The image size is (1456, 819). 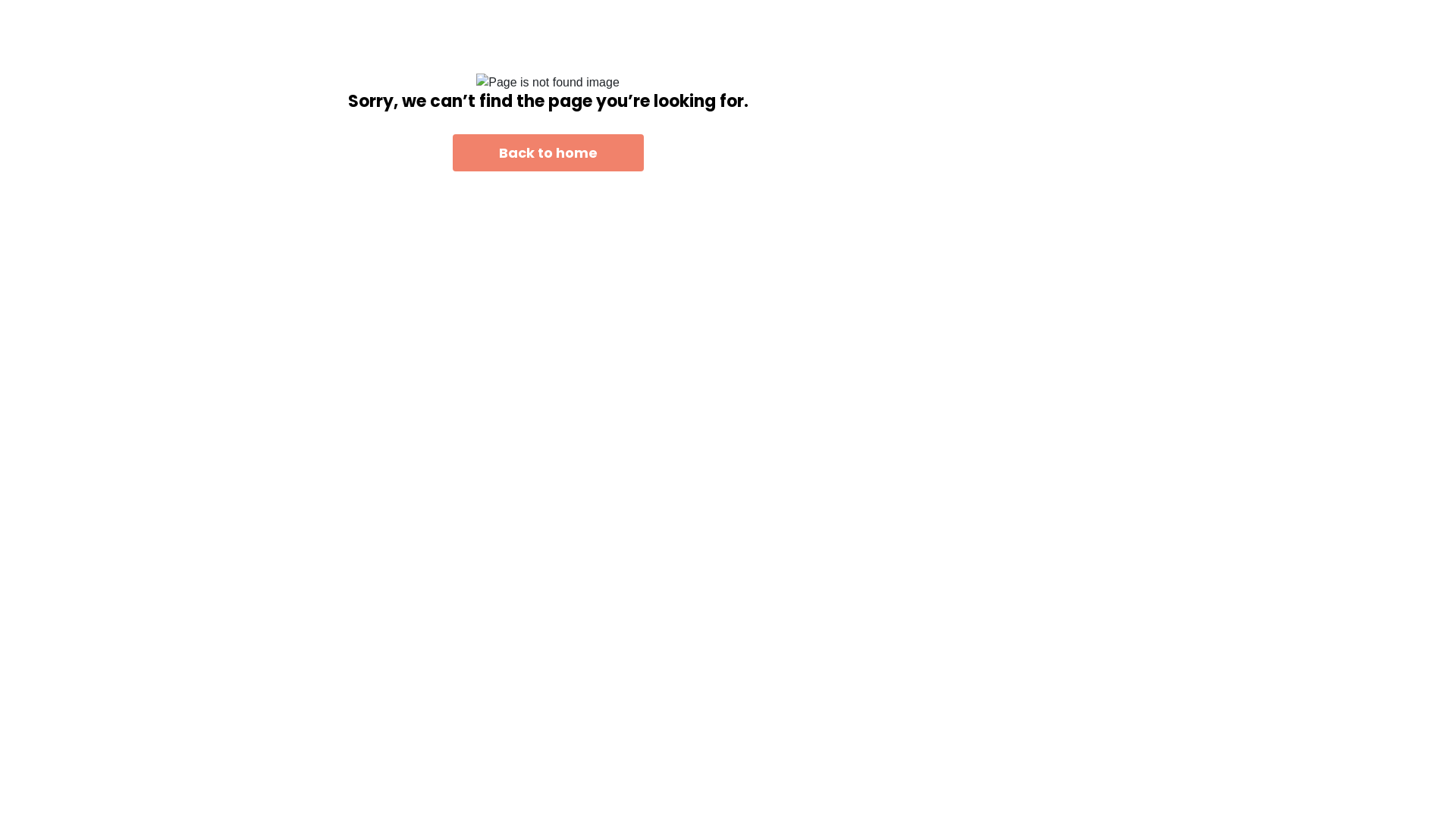 What do you see at coordinates (546, 152) in the screenshot?
I see `'Back to home'` at bounding box center [546, 152].